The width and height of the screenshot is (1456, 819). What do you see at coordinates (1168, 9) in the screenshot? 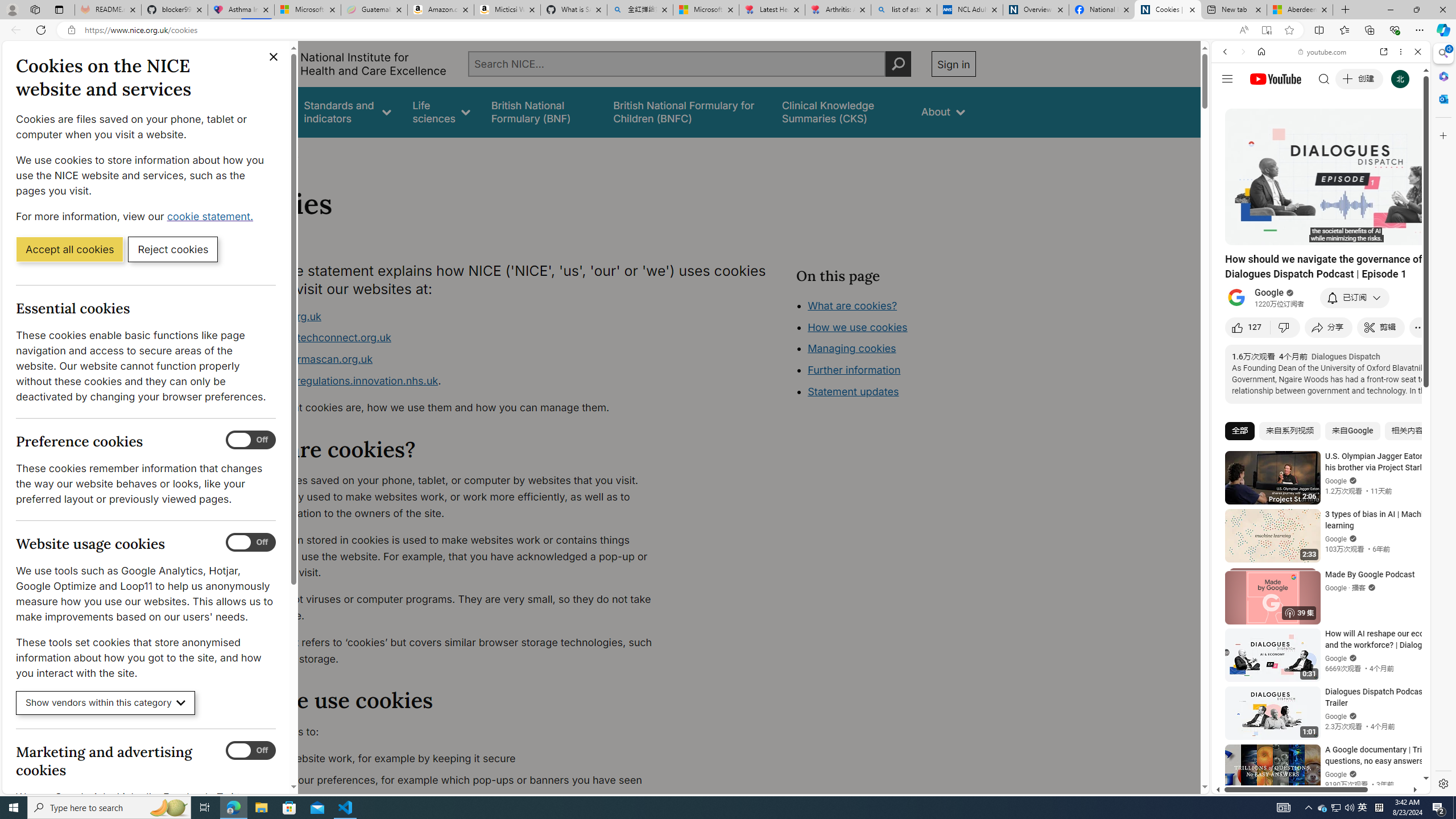
I see `'Cookies | About | NICE'` at bounding box center [1168, 9].